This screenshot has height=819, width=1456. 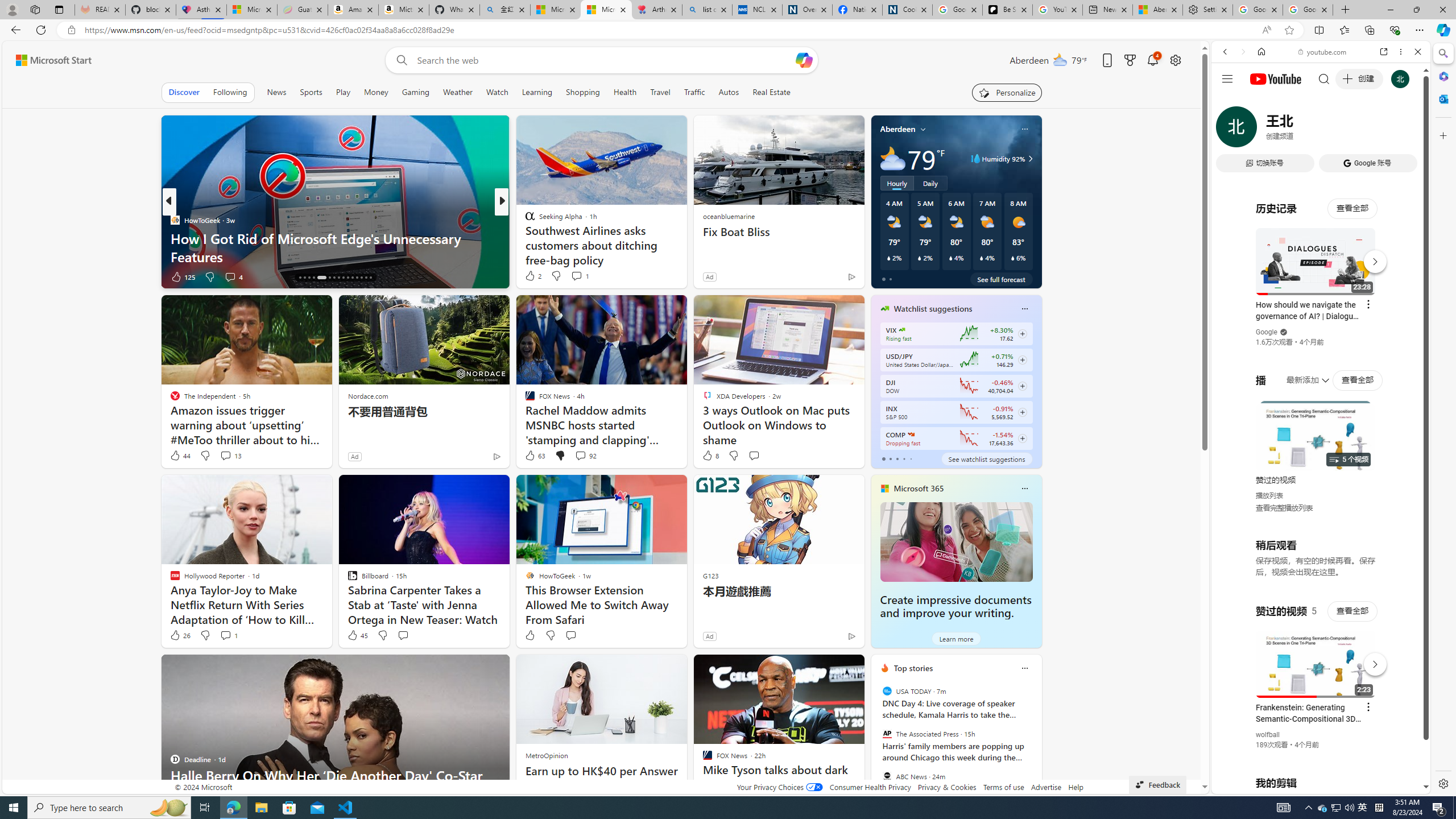 What do you see at coordinates (360, 277) in the screenshot?
I see `'AutomationID: tab-28'` at bounding box center [360, 277].